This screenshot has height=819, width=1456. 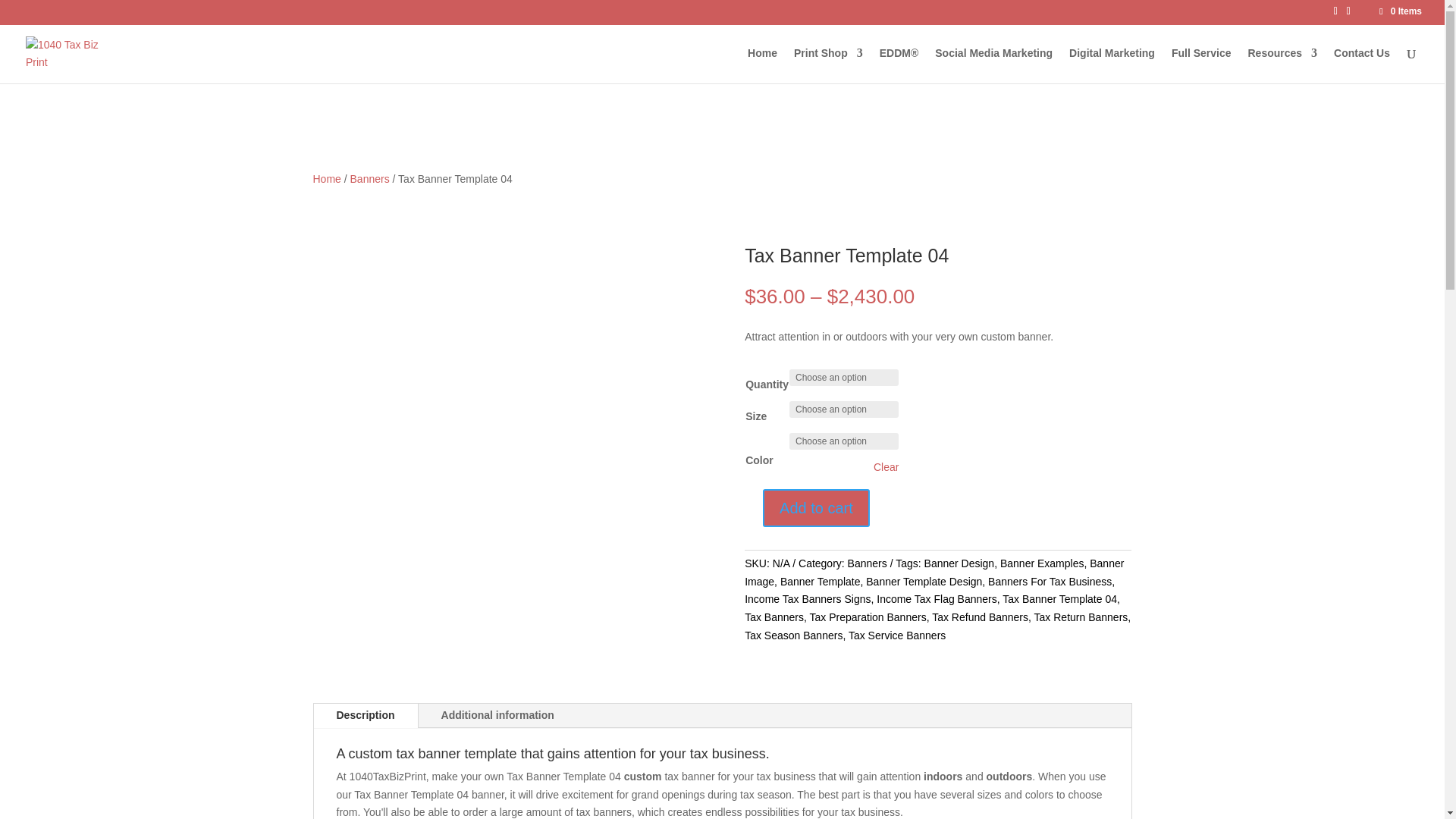 I want to click on 'Social Media Marketing', so click(x=993, y=64).